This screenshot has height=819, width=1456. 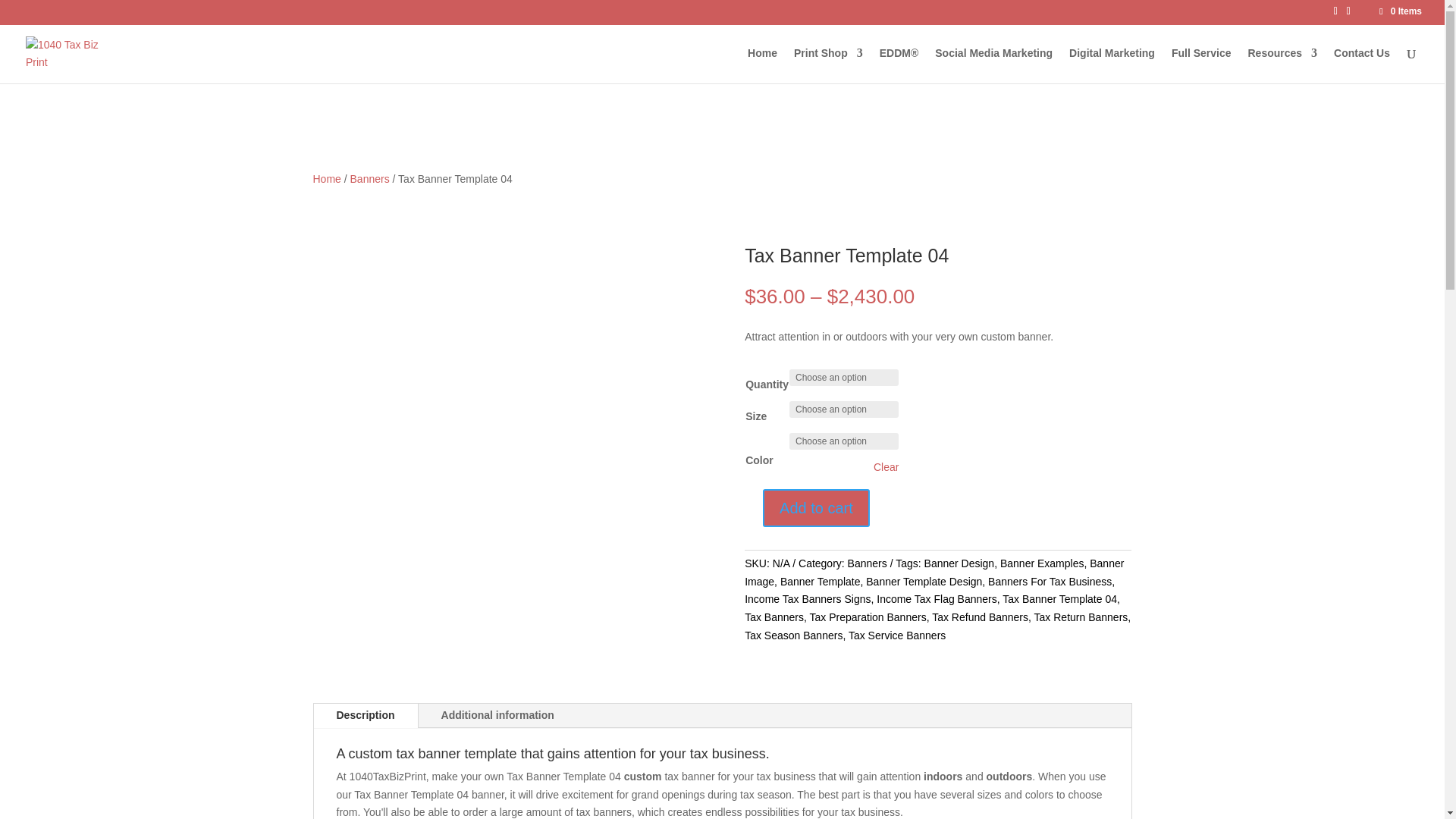 I want to click on 'Social Media Marketing', so click(x=993, y=64).